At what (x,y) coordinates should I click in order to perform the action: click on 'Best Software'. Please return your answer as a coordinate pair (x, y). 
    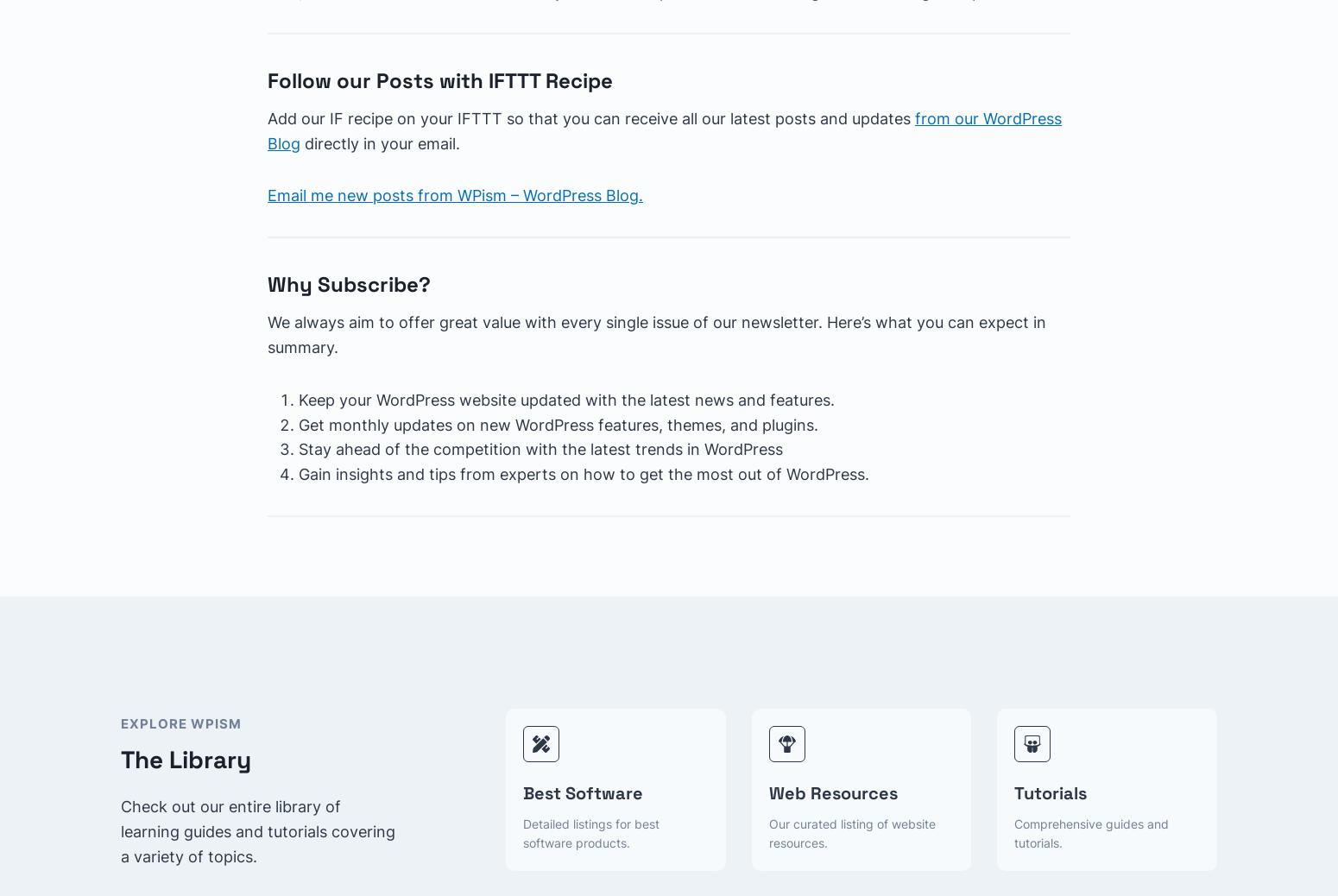
    Looking at the image, I should click on (582, 792).